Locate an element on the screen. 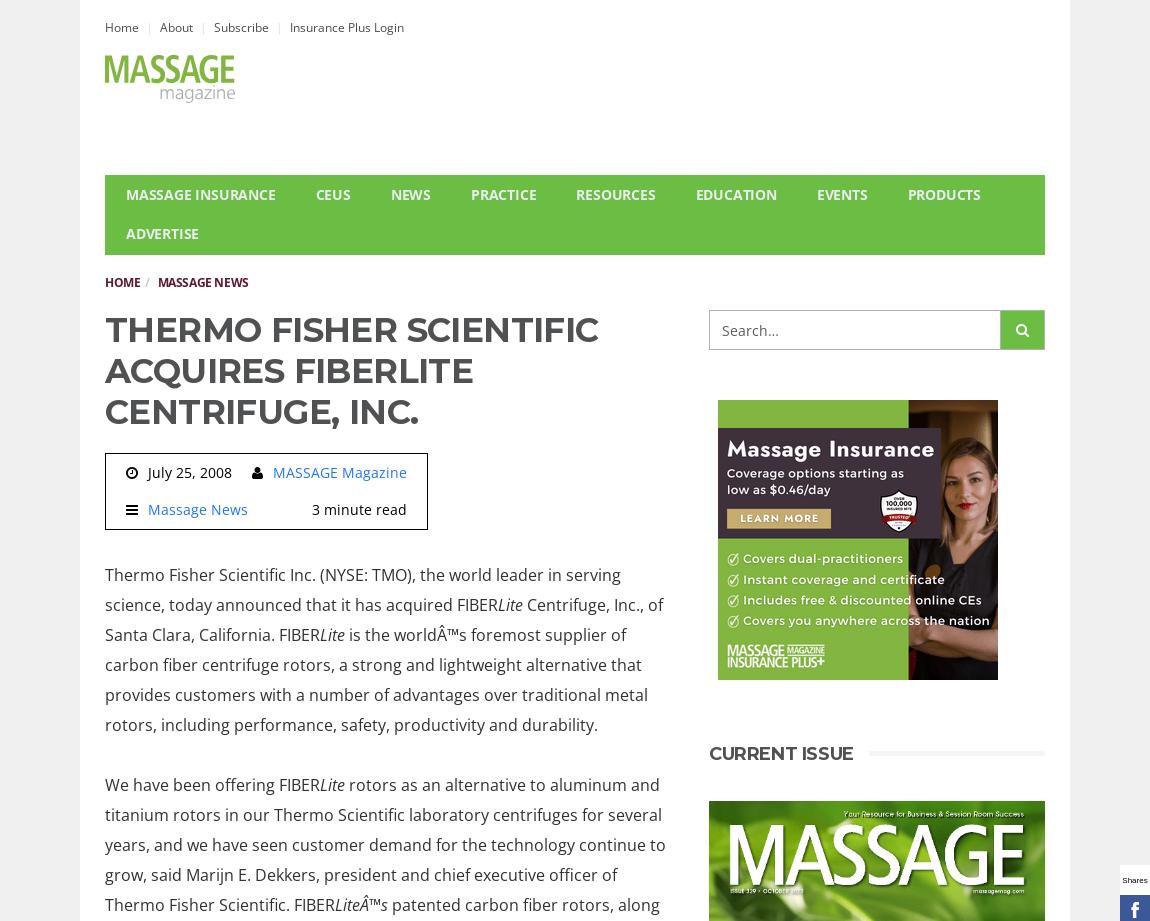  'Upload Advertising' is located at coordinates (213, 315).